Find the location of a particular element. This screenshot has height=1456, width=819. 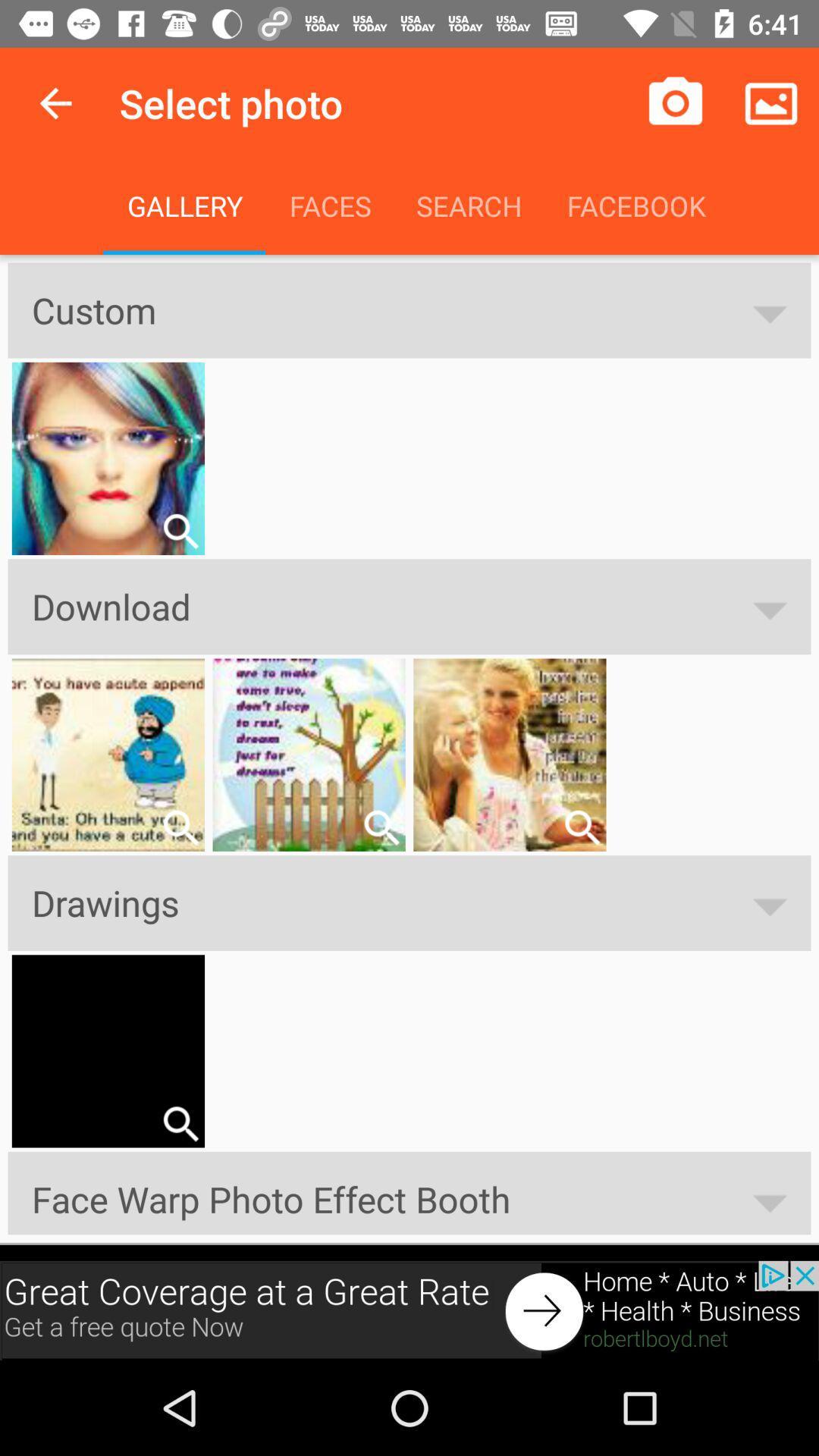

searching the file given is located at coordinates (180, 1124).